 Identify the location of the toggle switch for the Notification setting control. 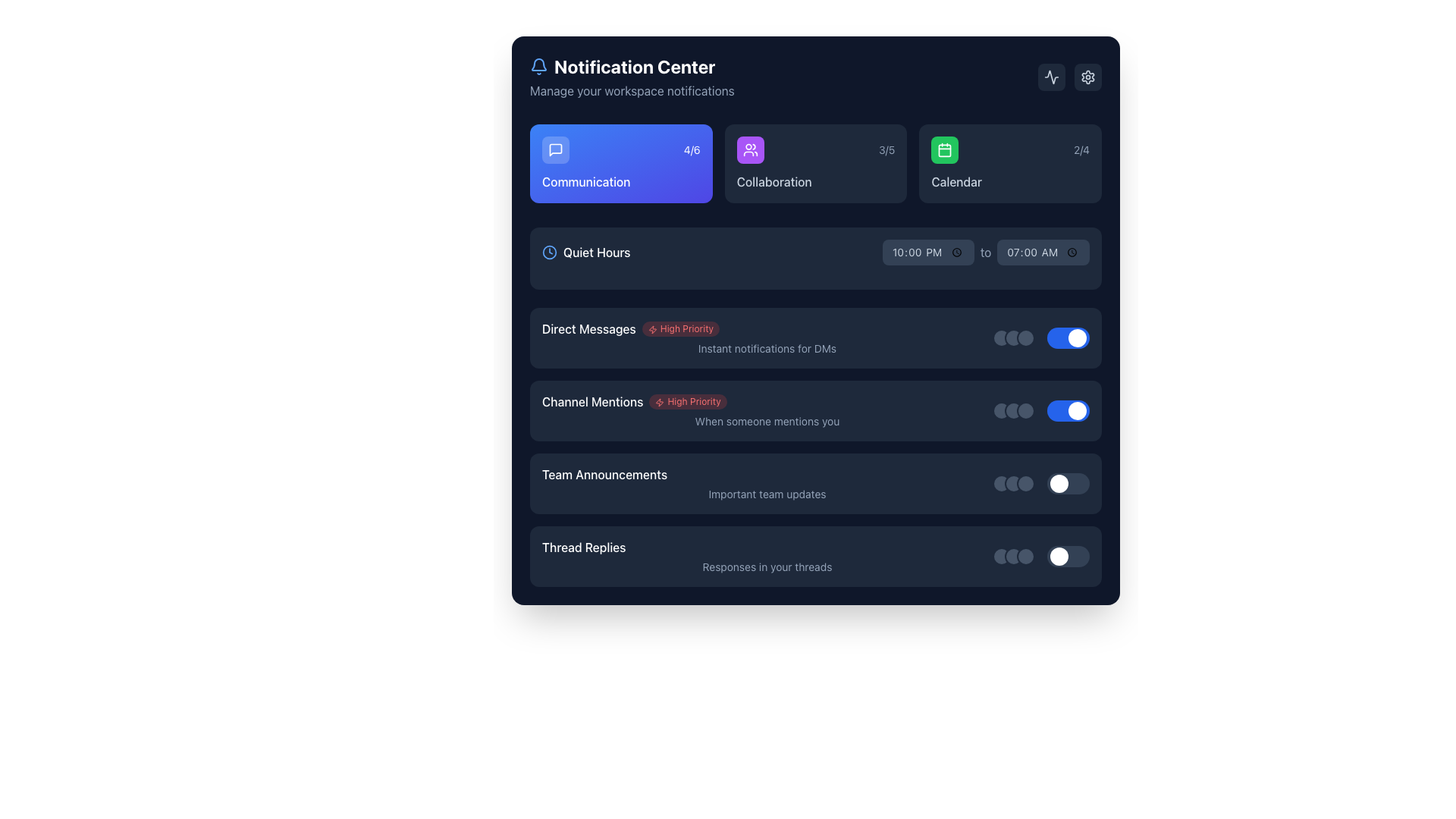
(814, 556).